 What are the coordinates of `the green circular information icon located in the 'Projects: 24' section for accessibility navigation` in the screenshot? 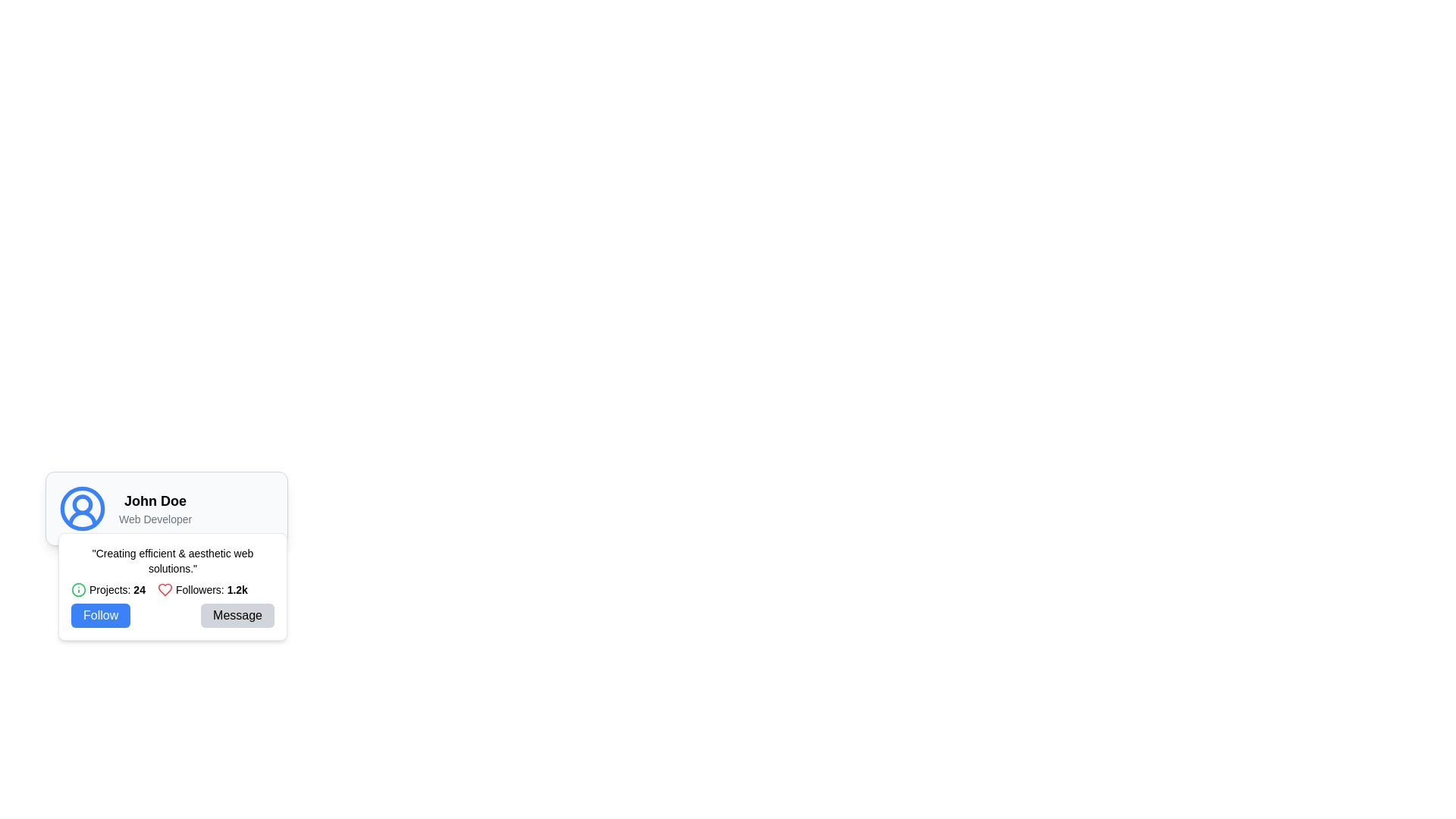 It's located at (78, 589).